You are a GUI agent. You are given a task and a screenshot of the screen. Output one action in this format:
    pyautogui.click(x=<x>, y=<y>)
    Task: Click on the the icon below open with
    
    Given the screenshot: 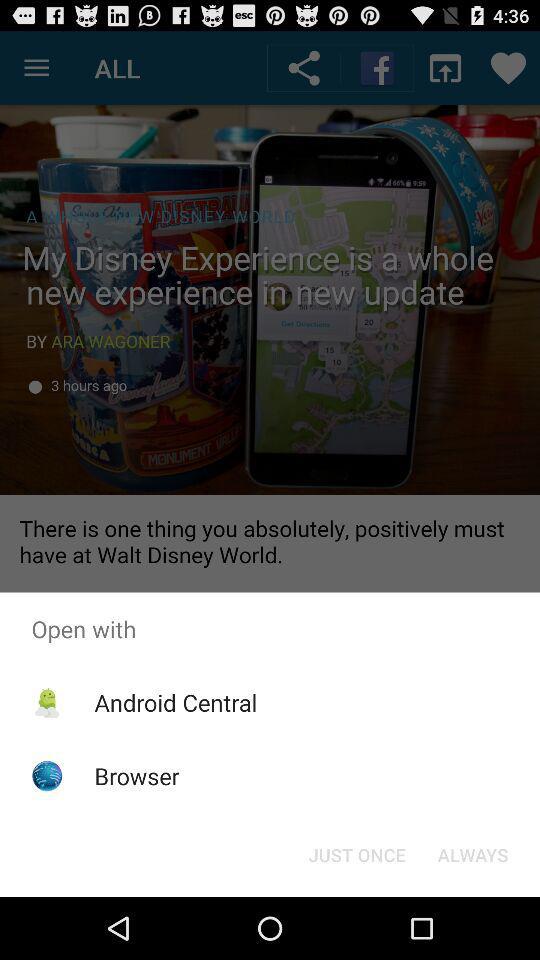 What is the action you would take?
    pyautogui.click(x=356, y=853)
    